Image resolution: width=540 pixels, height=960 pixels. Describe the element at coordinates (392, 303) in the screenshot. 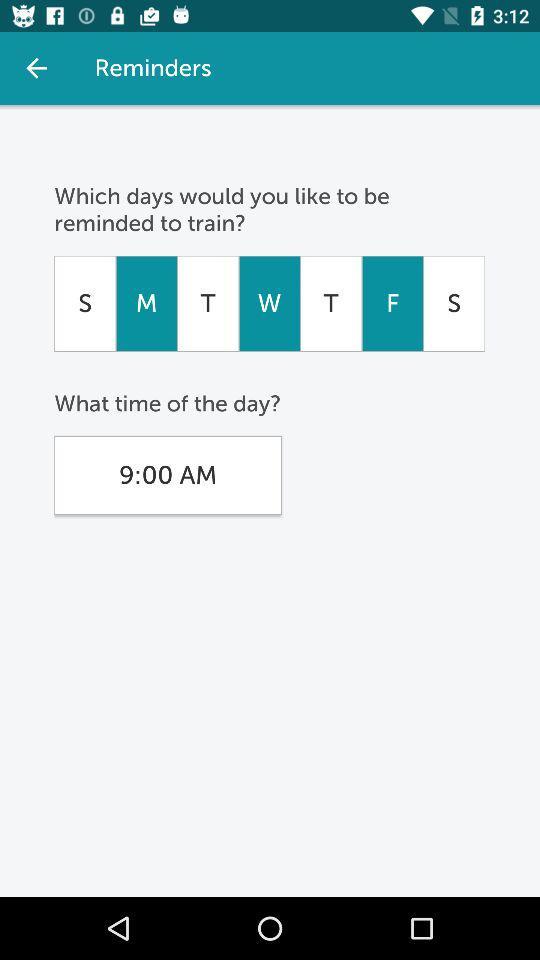

I see `item next to t` at that location.